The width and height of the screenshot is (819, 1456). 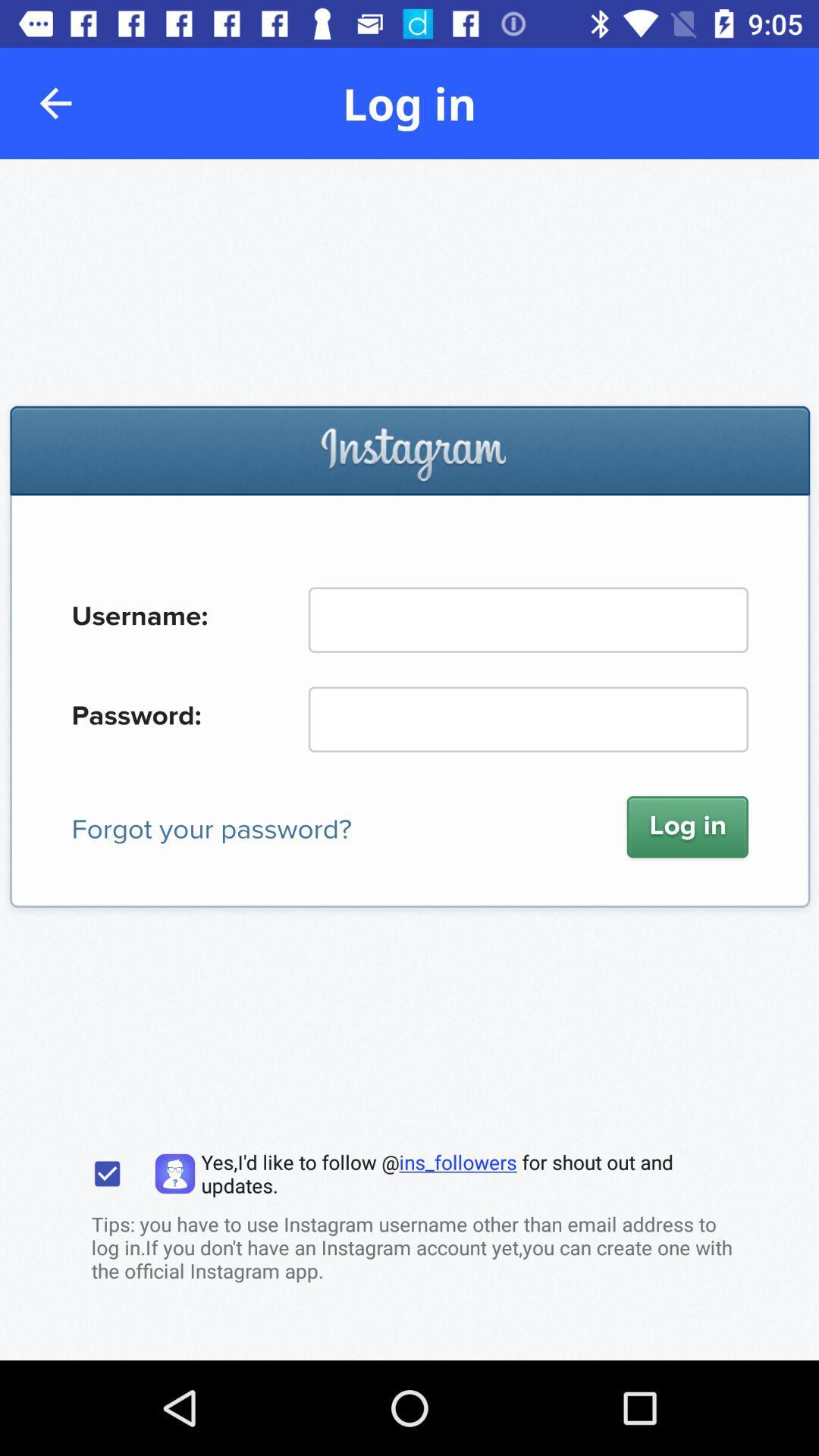 What do you see at coordinates (106, 1173) in the screenshot?
I see `accept follow` at bounding box center [106, 1173].